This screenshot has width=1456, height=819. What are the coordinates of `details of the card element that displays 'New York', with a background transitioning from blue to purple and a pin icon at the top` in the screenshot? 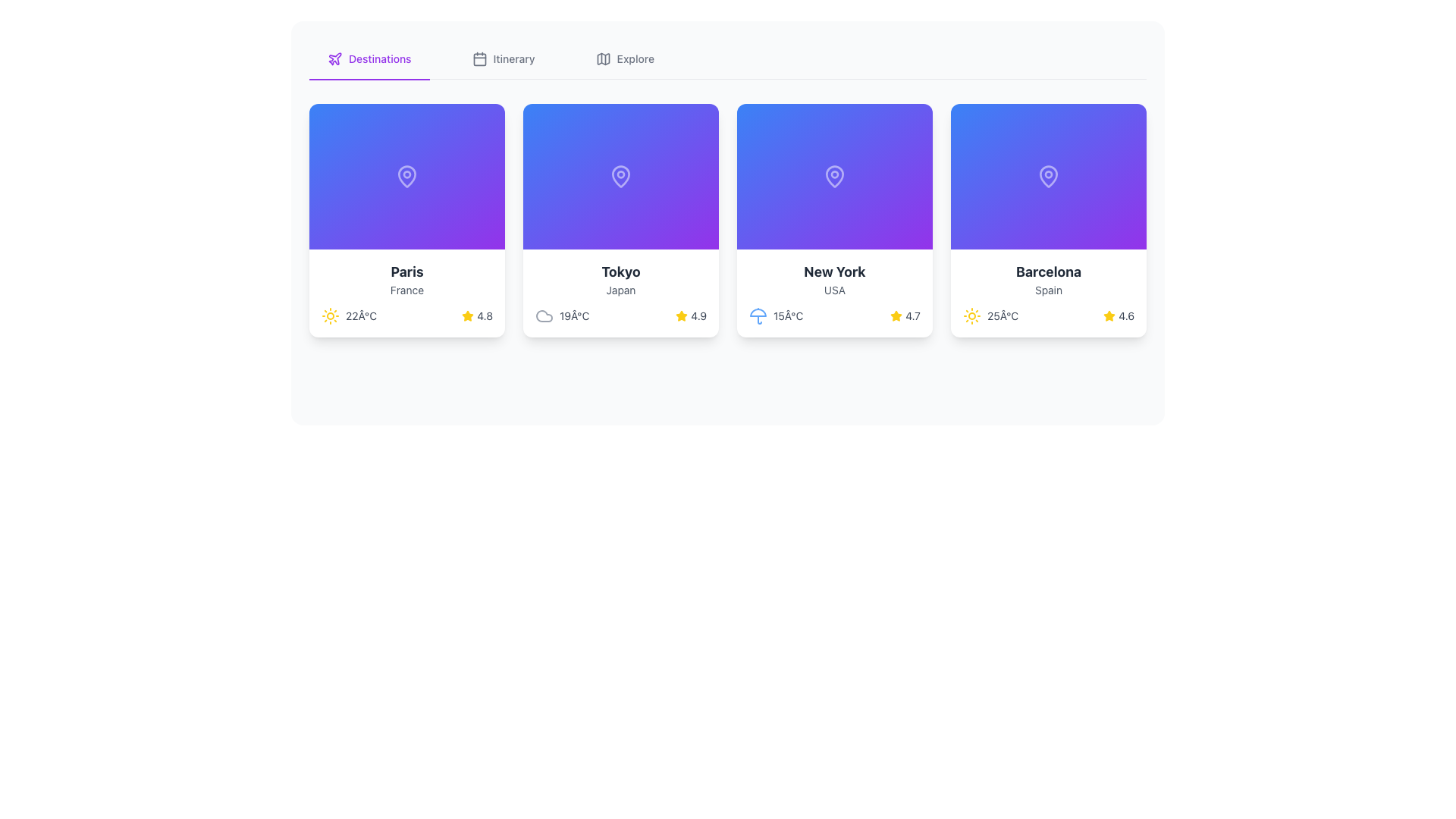 It's located at (833, 220).